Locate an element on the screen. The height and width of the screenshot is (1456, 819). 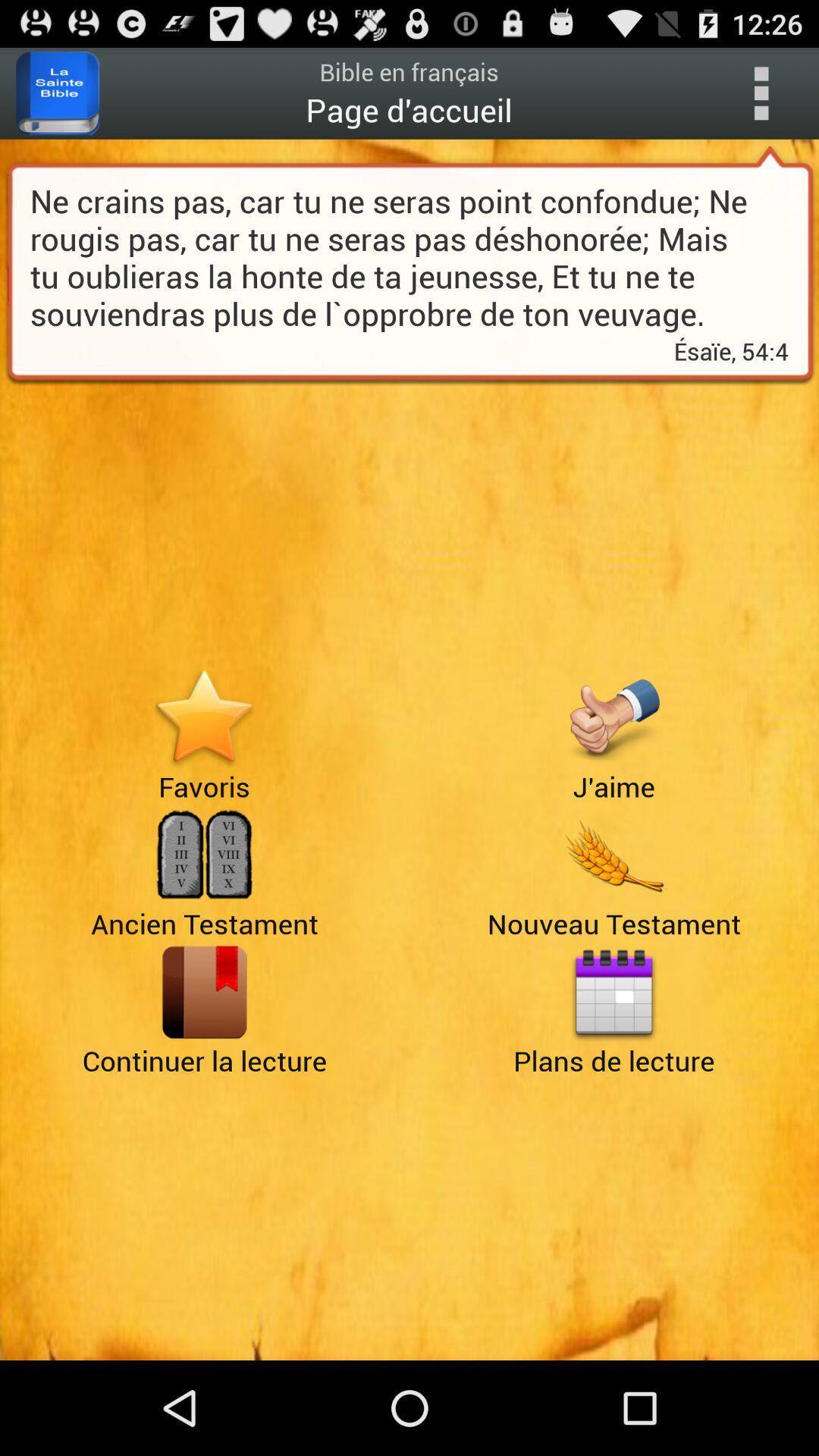
load the learning function is located at coordinates (203, 992).